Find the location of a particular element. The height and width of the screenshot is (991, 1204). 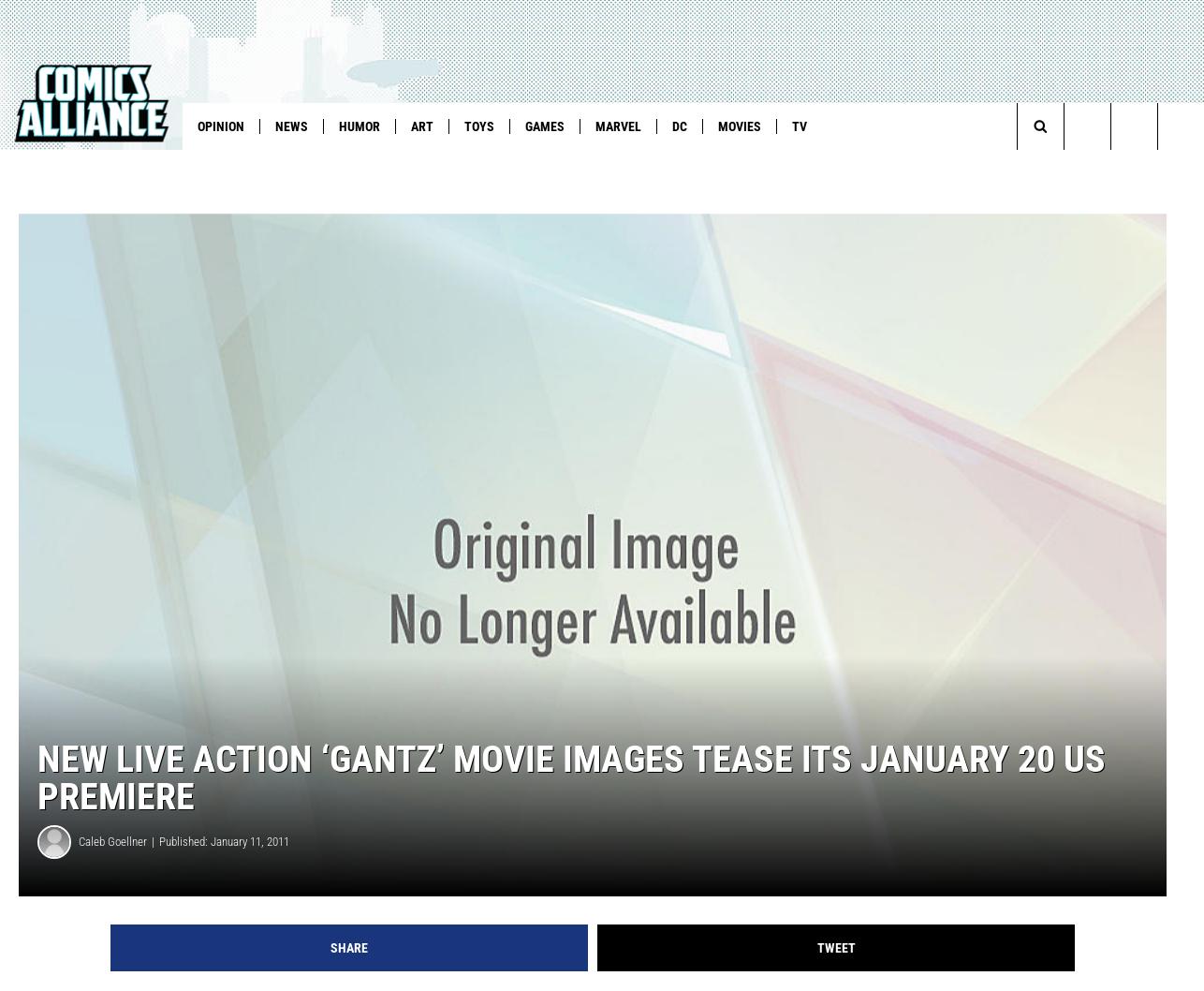

'Trending:' is located at coordinates (44, 164).